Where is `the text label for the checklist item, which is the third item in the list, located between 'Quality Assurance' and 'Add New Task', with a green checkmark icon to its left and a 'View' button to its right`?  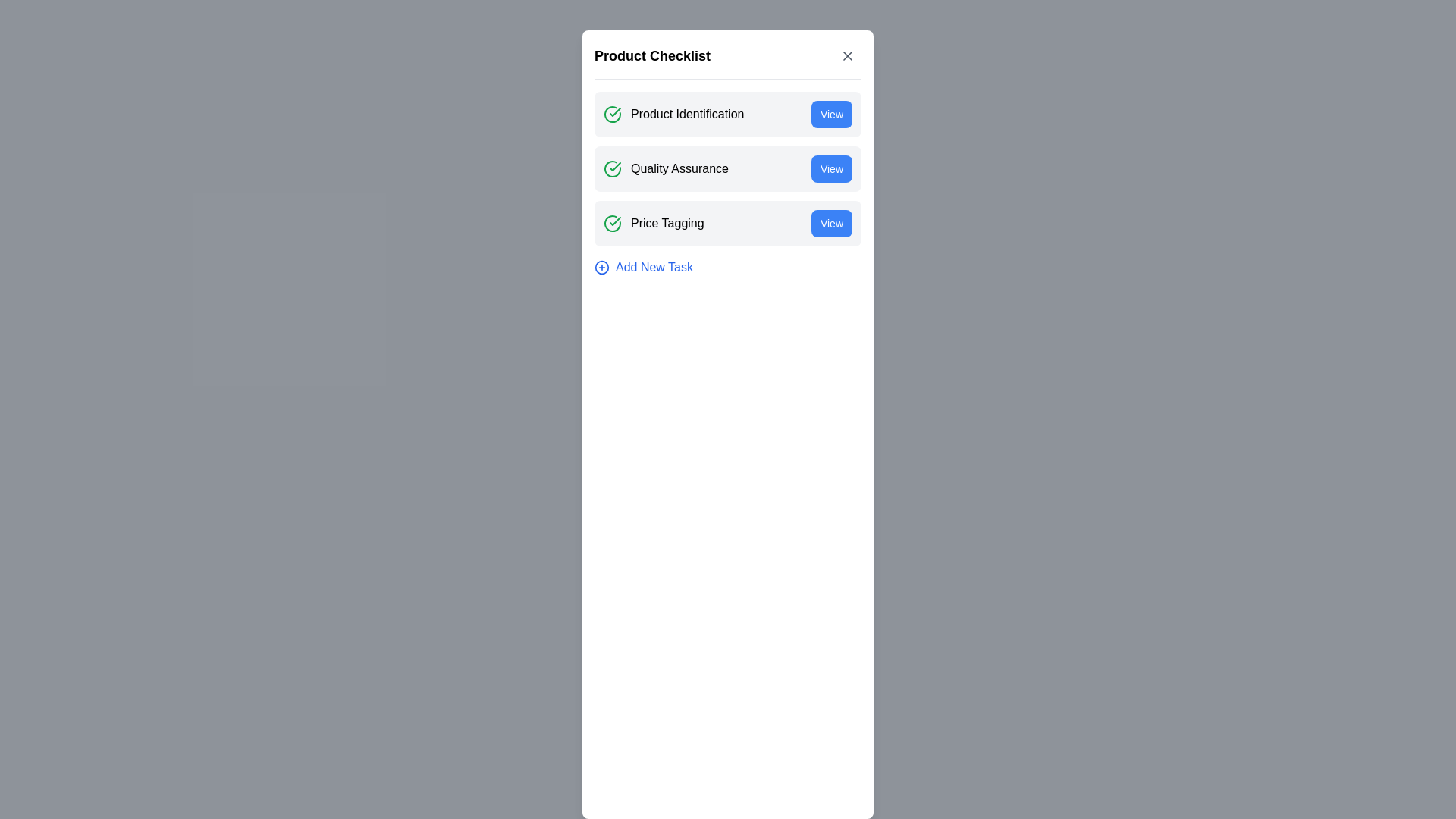
the text label for the checklist item, which is the third item in the list, located between 'Quality Assurance' and 'Add New Task', with a green checkmark icon to its left and a 'View' button to its right is located at coordinates (667, 223).